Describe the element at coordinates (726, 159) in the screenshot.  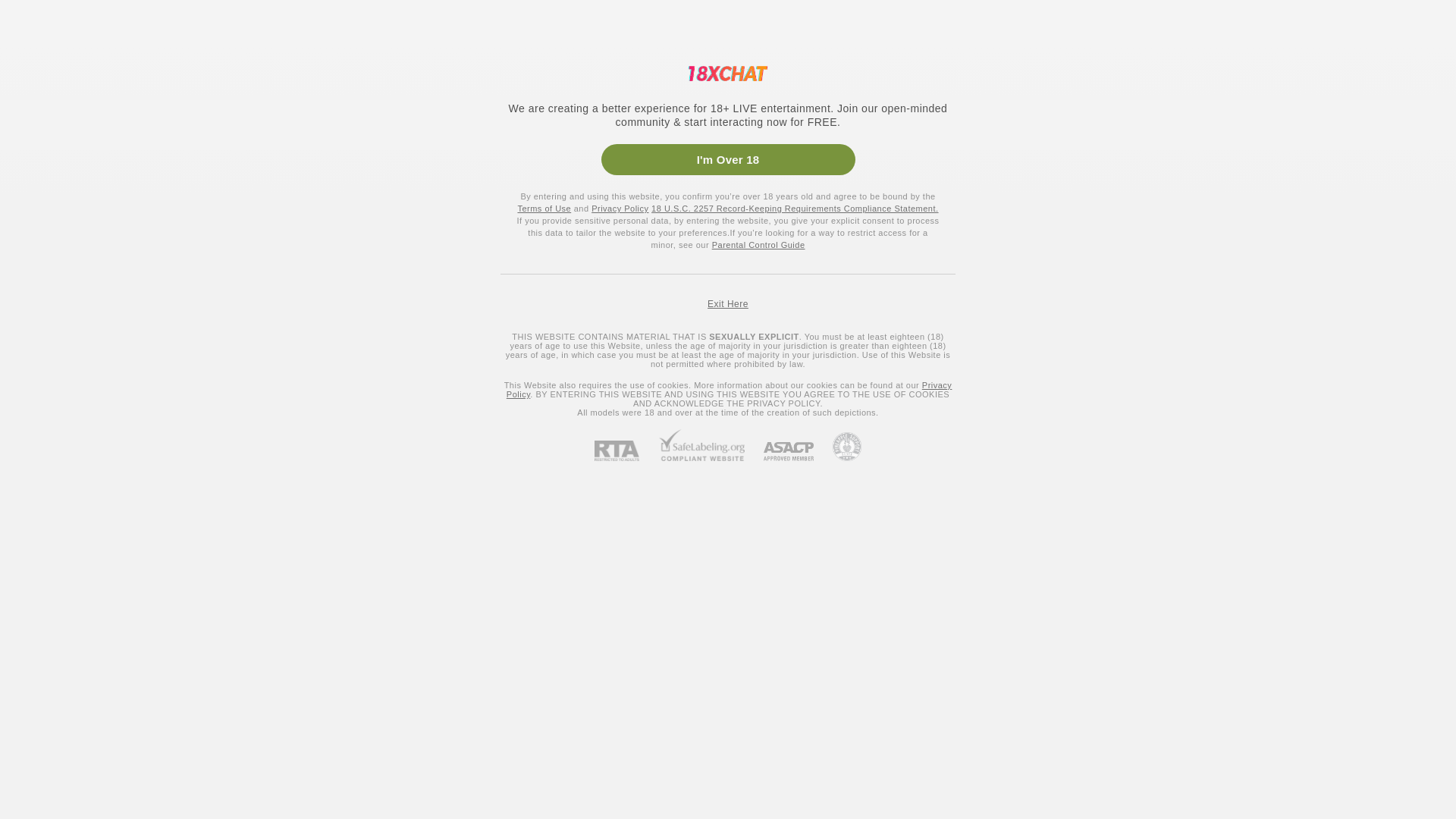
I see `'I'm Over 18'` at that location.